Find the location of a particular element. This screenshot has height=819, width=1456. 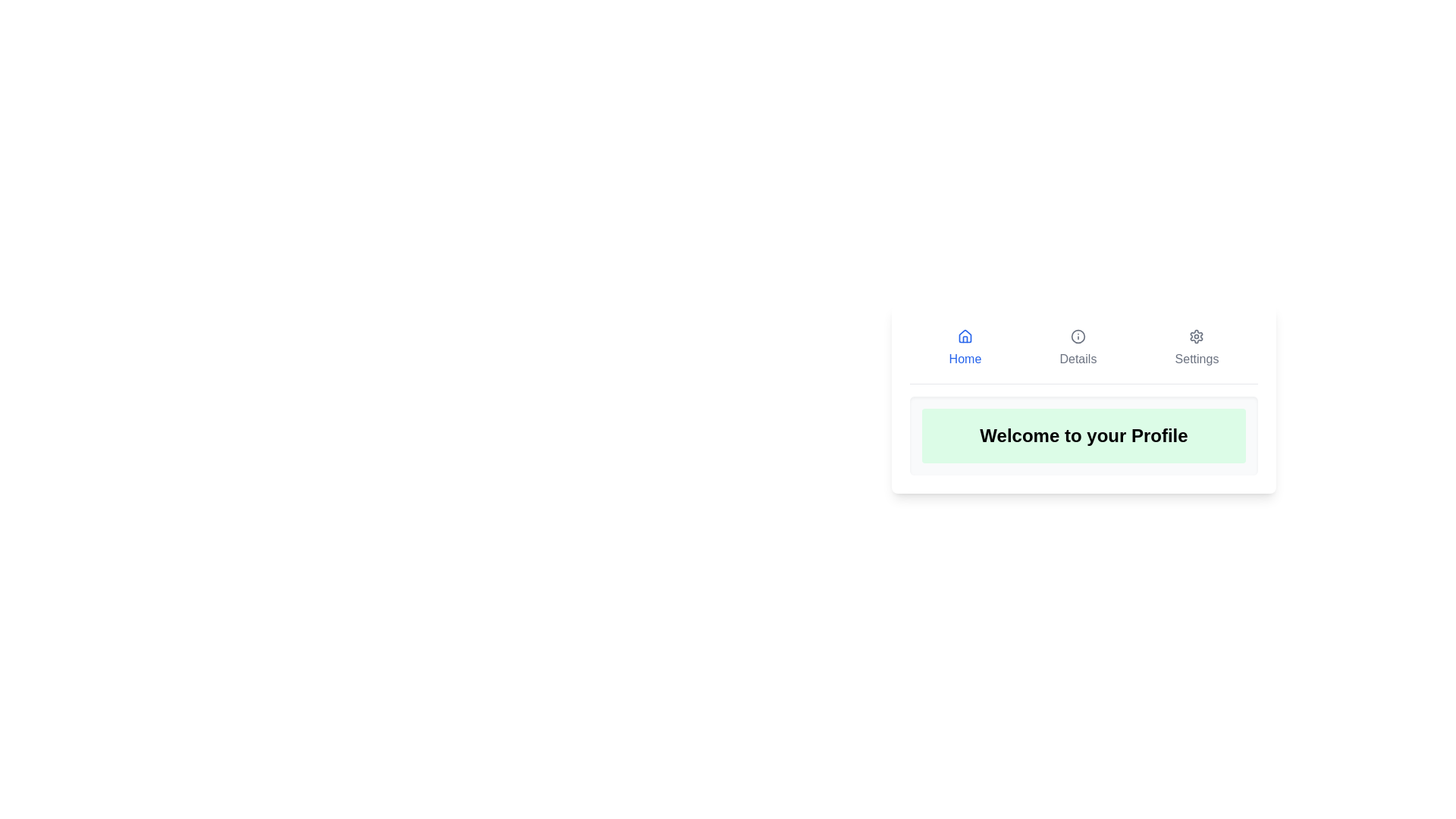

the Details tab to view its contents is located at coordinates (1076, 348).